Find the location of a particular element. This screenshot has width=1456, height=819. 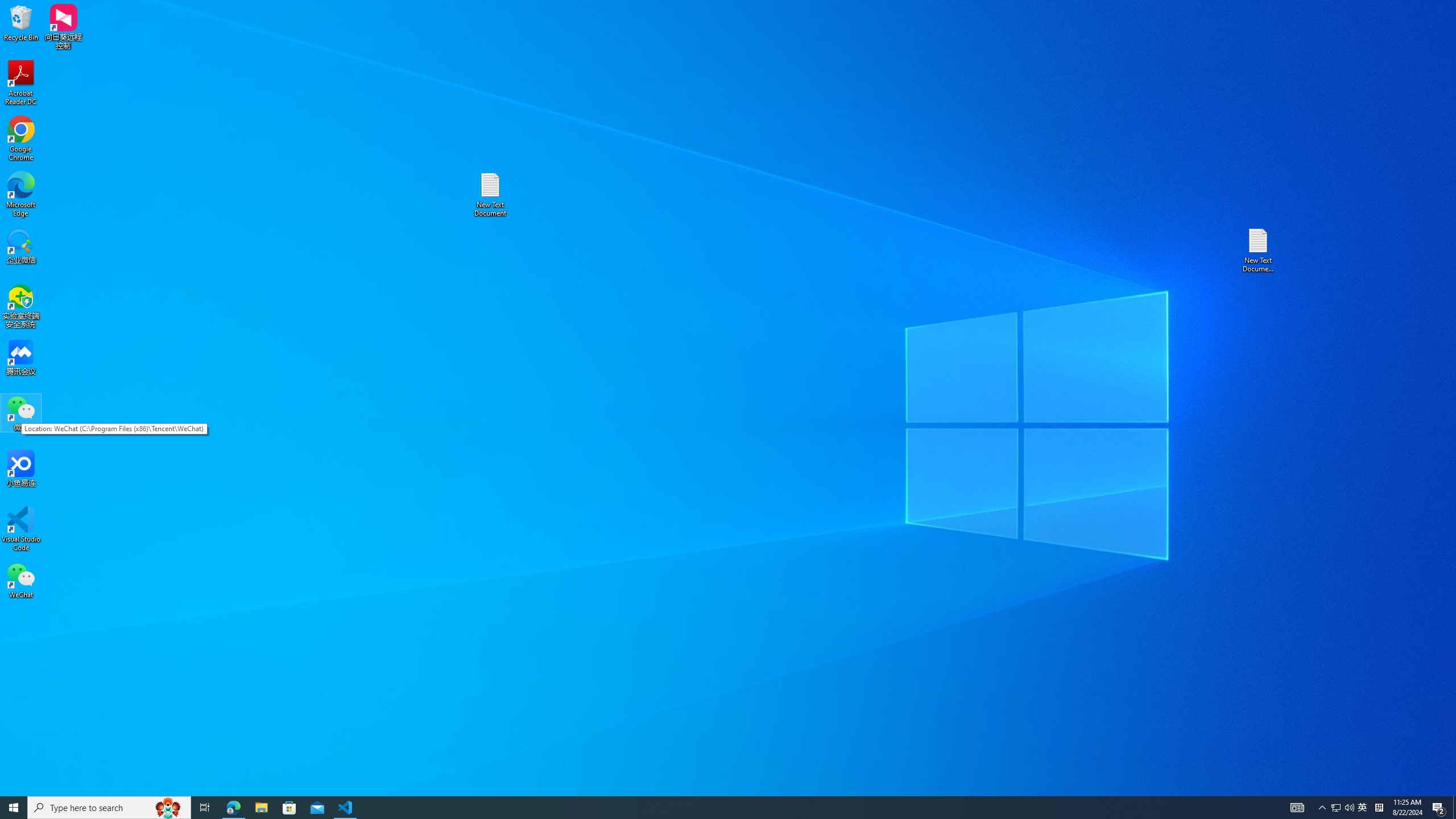

'Google Chrome' is located at coordinates (20, 139).